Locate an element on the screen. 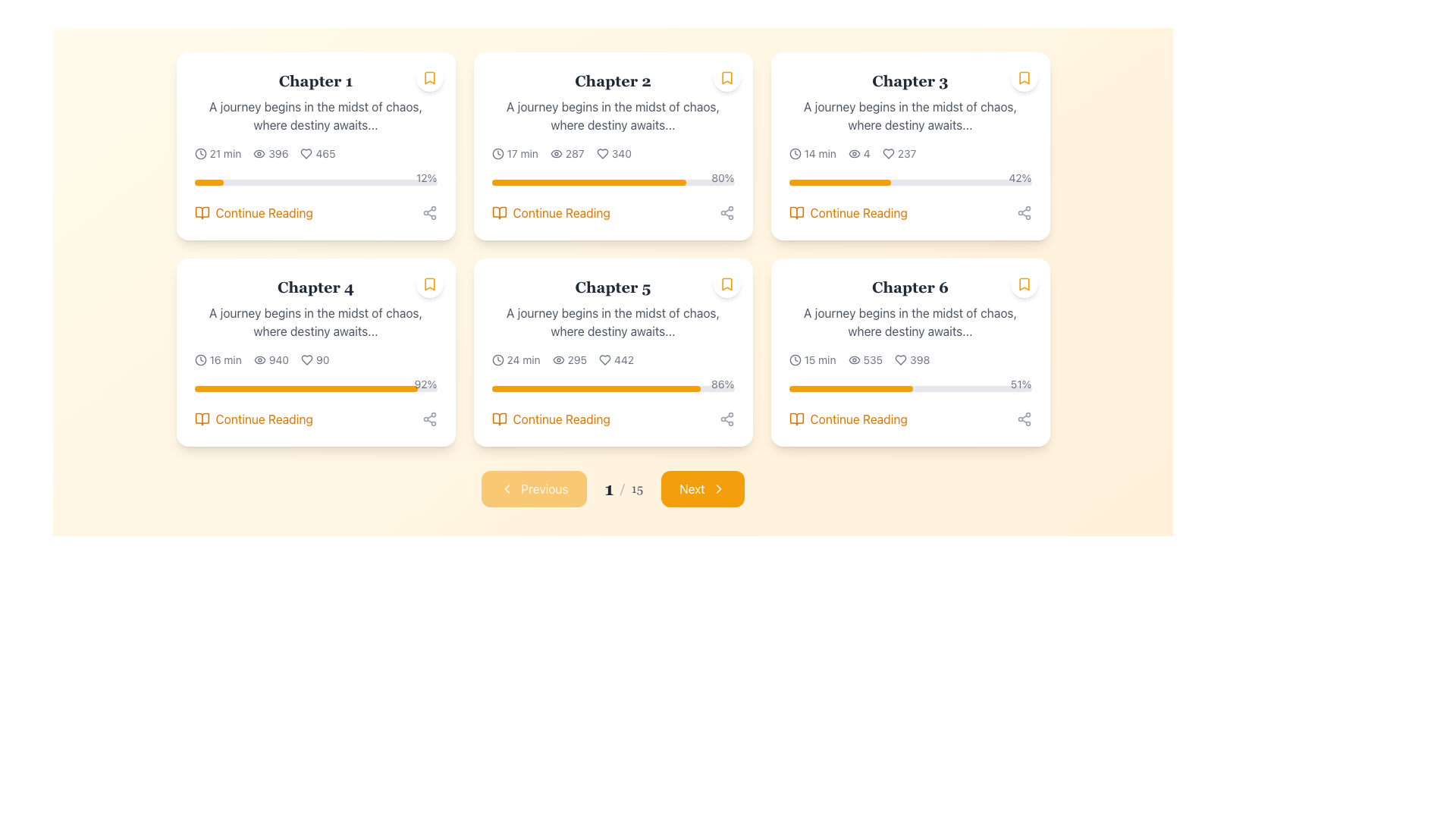  the displayed information in the Informational Row located in the bottom section of the 'Chapter 6' card, which shows the estimated reading time, number of views, and likes is located at coordinates (910, 359).